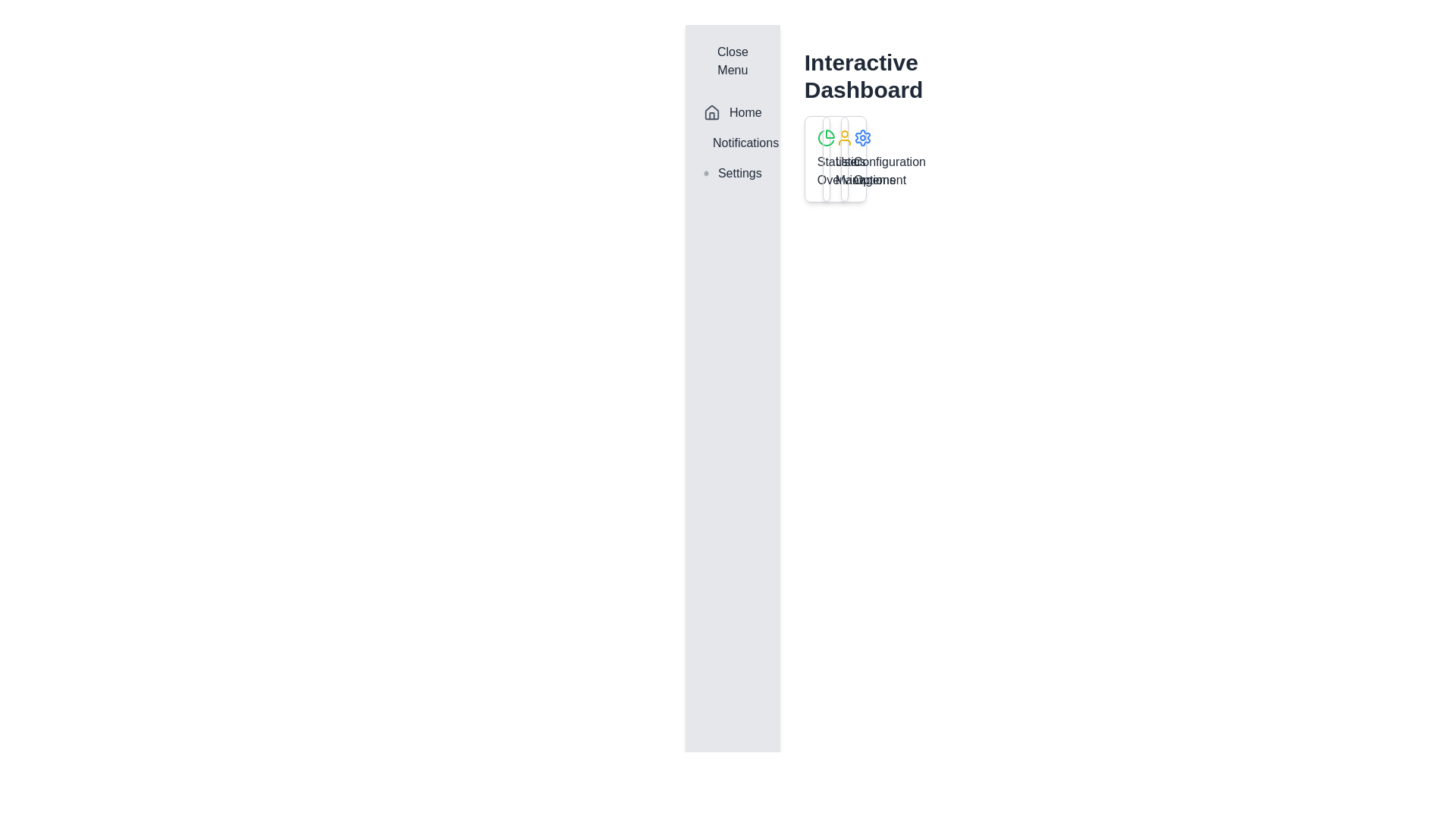 The height and width of the screenshot is (819, 1456). Describe the element at coordinates (862, 137) in the screenshot. I see `the settings or gear icon located at the top-right corner of the 'Configuration Options' card` at that location.